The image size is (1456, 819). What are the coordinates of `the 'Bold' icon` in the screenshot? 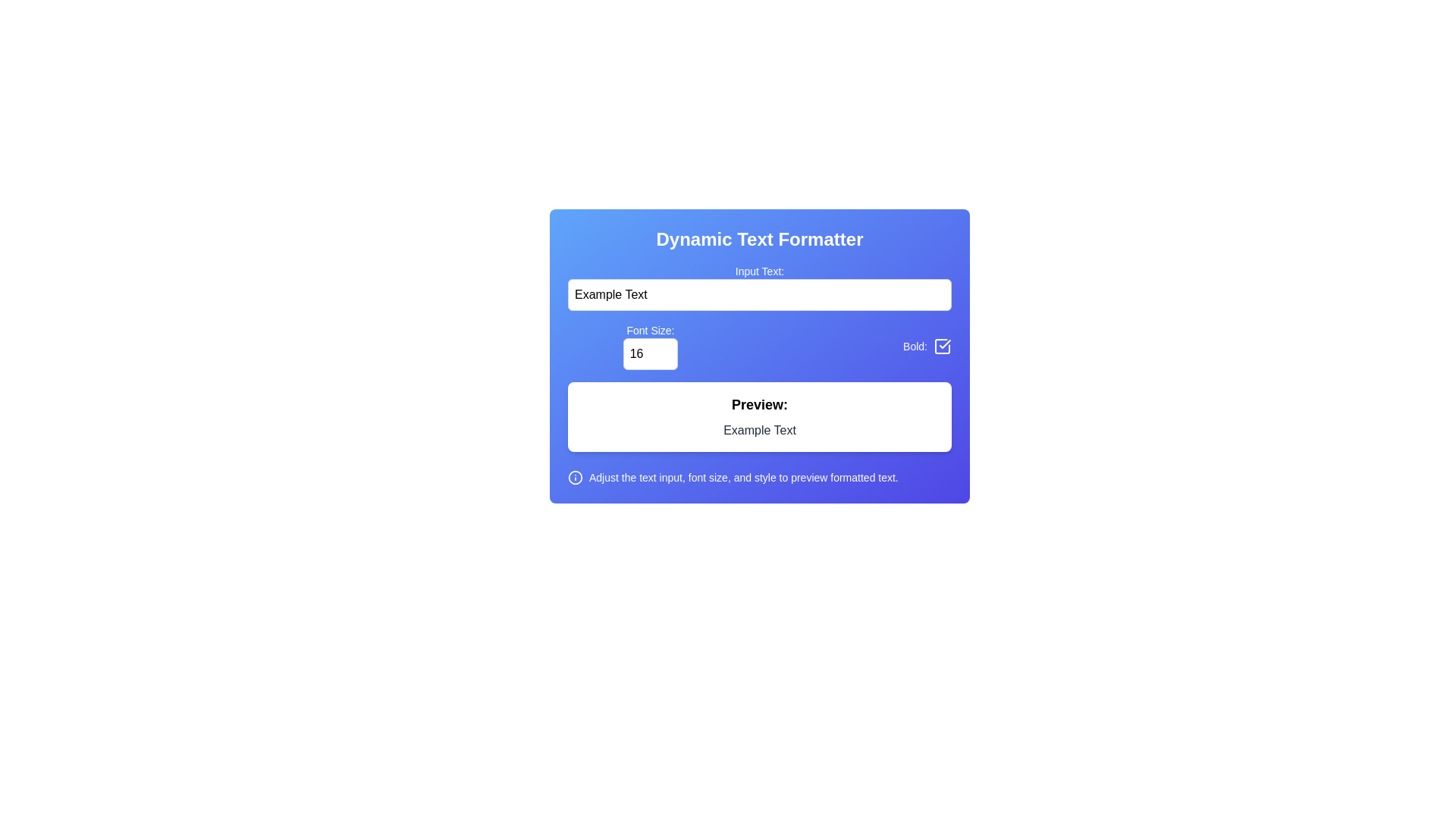 It's located at (942, 346).